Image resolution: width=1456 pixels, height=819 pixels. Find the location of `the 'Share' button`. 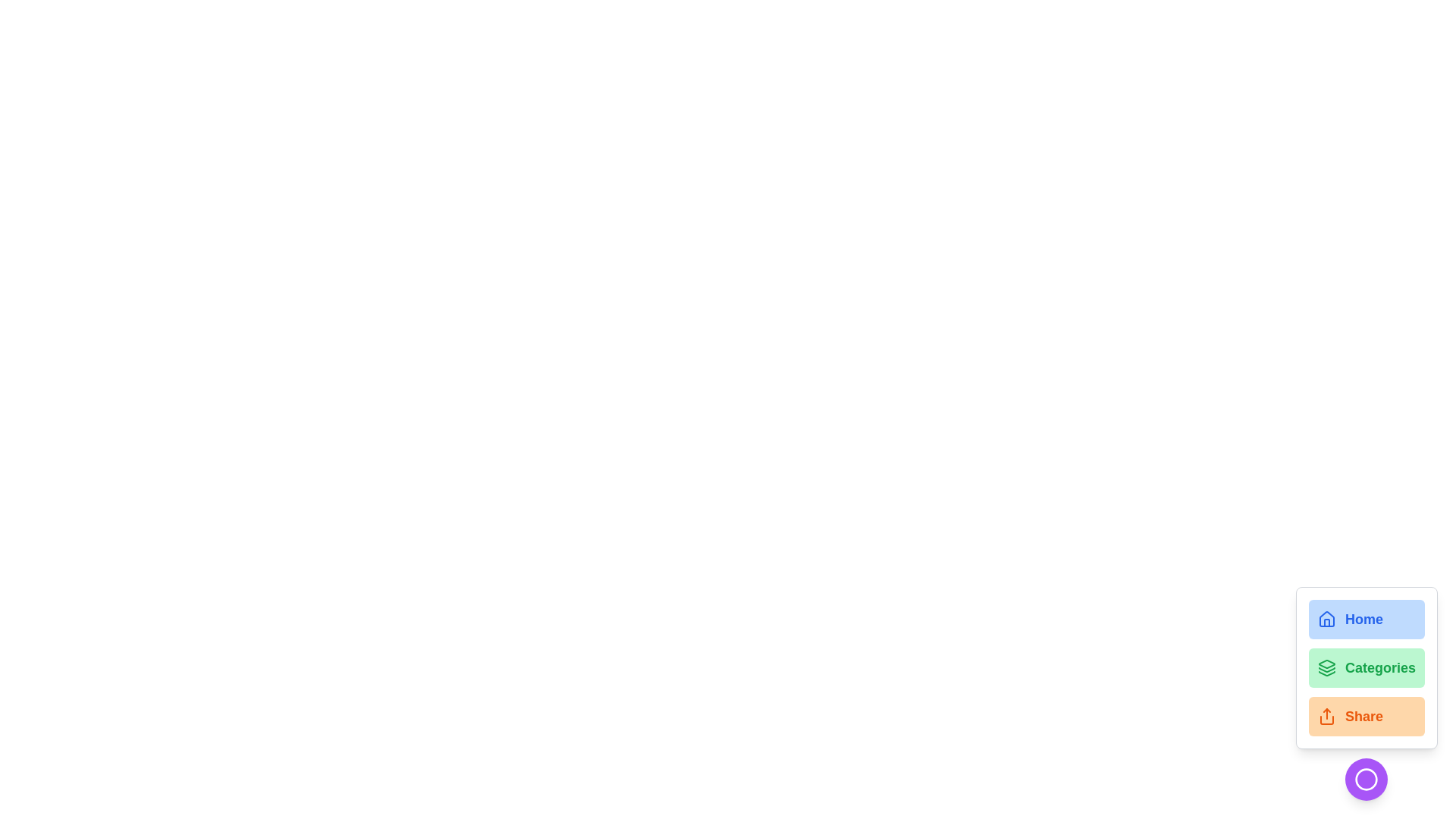

the 'Share' button is located at coordinates (1367, 717).